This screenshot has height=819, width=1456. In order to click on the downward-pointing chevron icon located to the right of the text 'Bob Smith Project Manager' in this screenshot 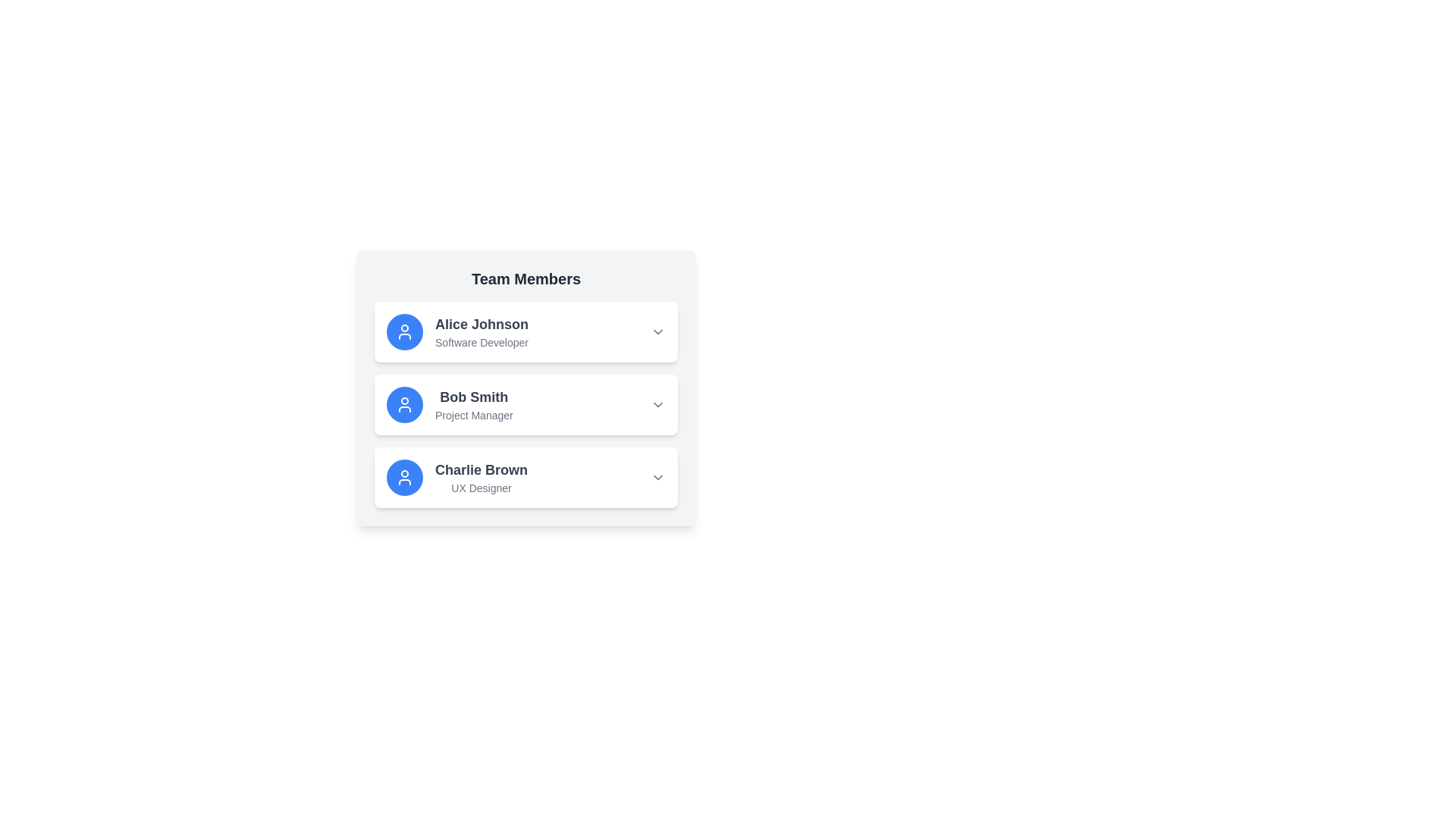, I will do `click(658, 403)`.